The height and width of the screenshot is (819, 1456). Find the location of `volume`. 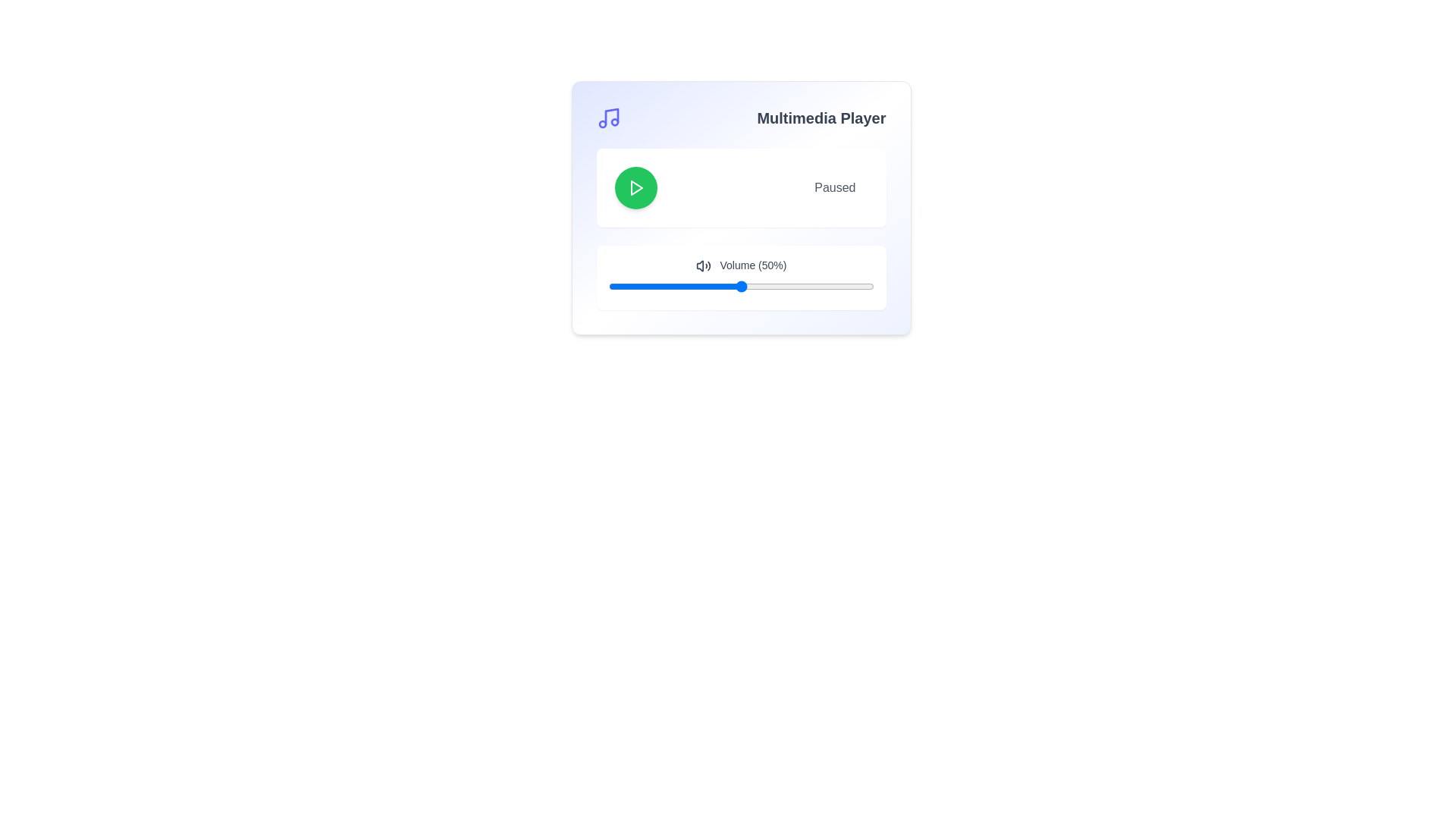

volume is located at coordinates (692, 287).